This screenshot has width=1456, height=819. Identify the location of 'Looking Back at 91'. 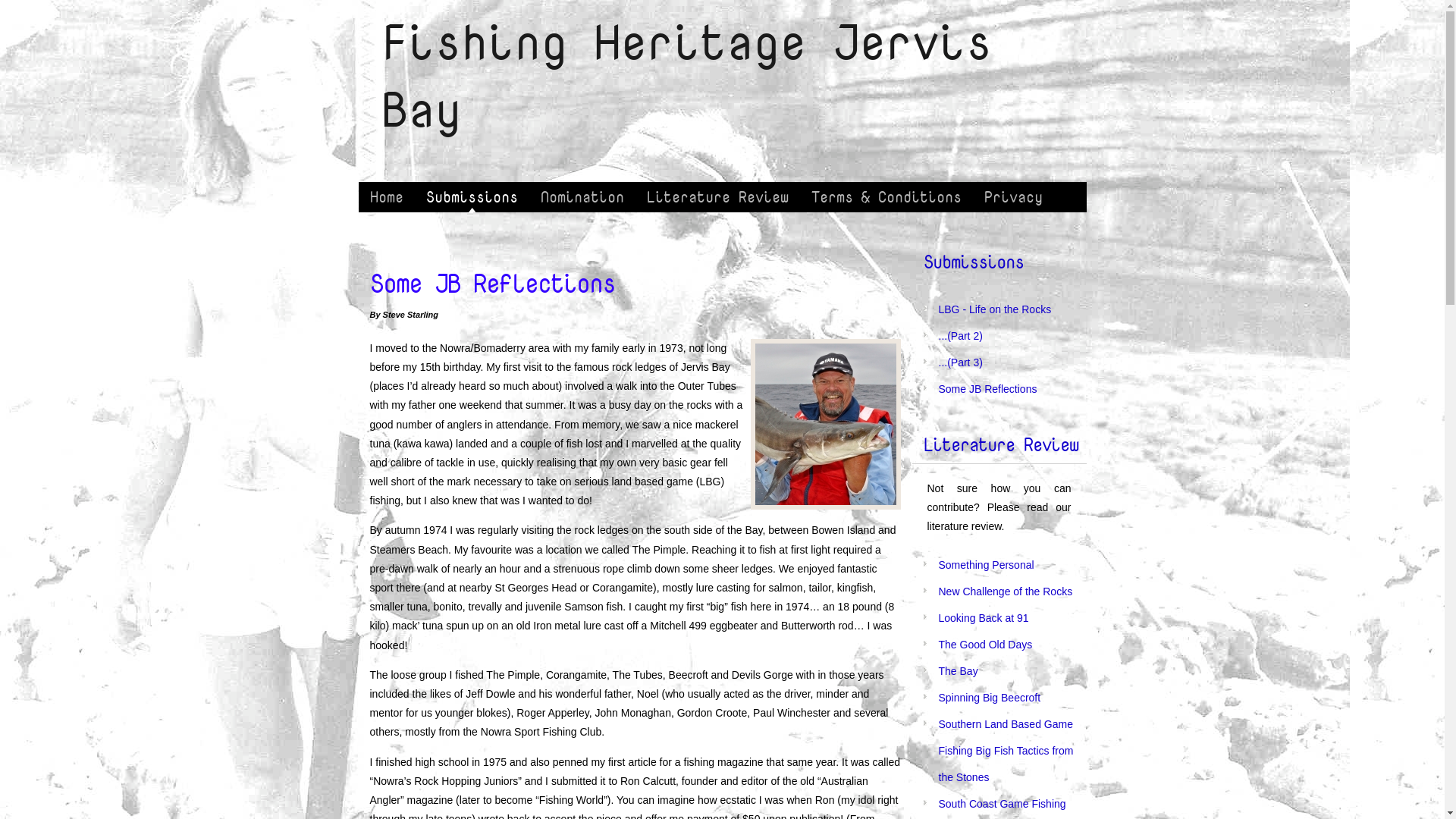
(984, 617).